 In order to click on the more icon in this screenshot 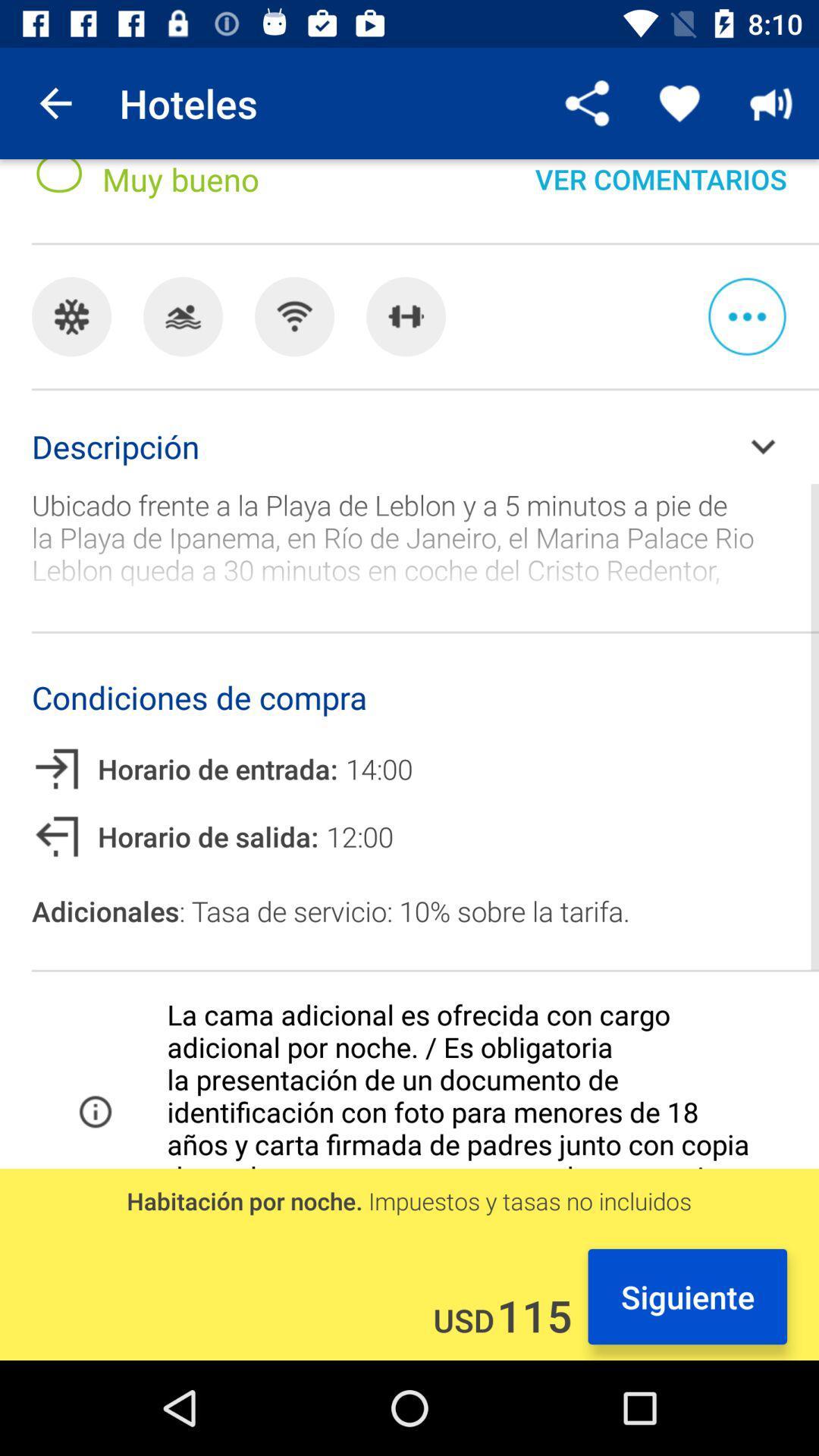, I will do `click(746, 315)`.